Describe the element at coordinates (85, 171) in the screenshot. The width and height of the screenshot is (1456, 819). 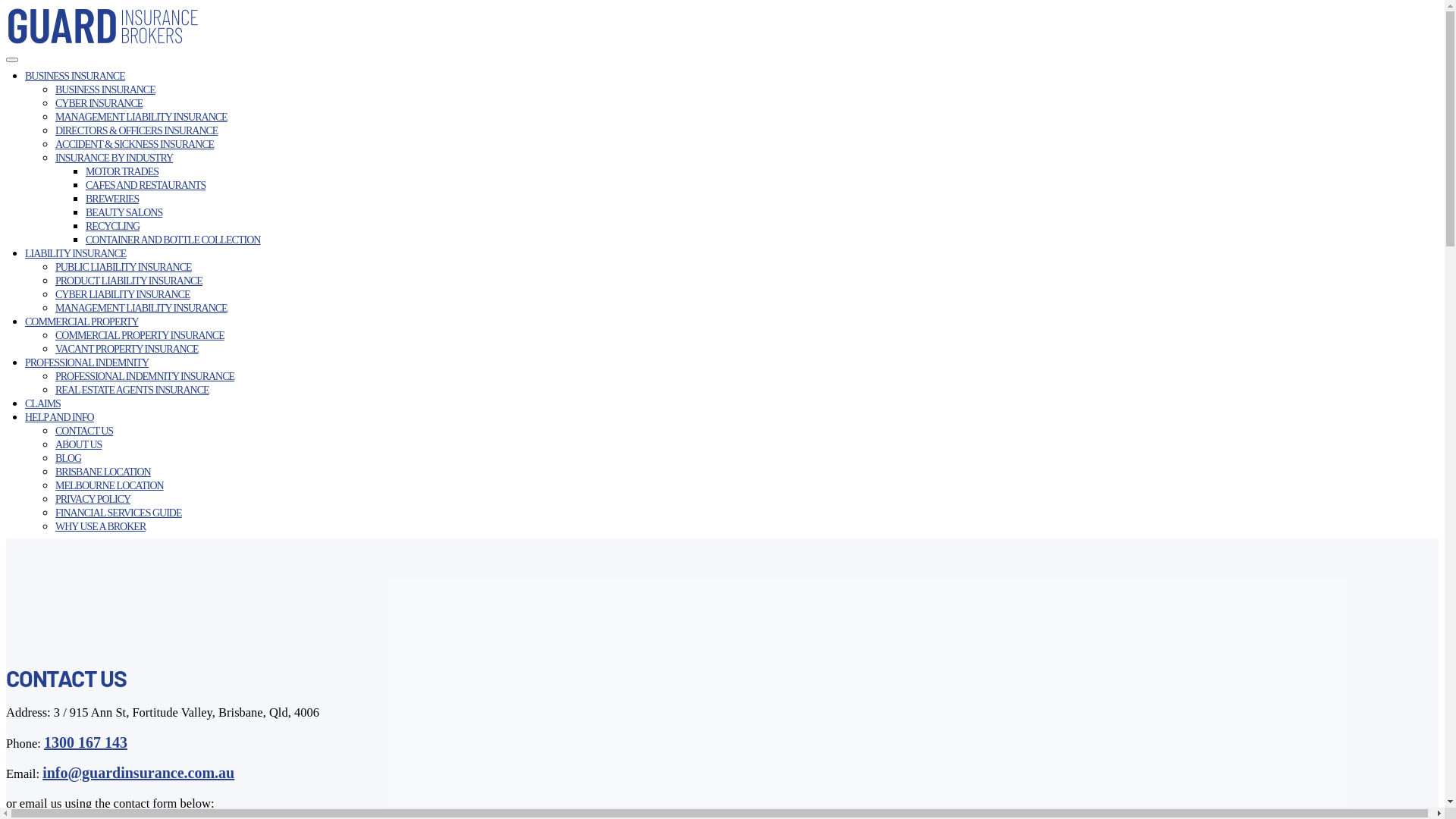
I see `'MOTOR TRADES'` at that location.